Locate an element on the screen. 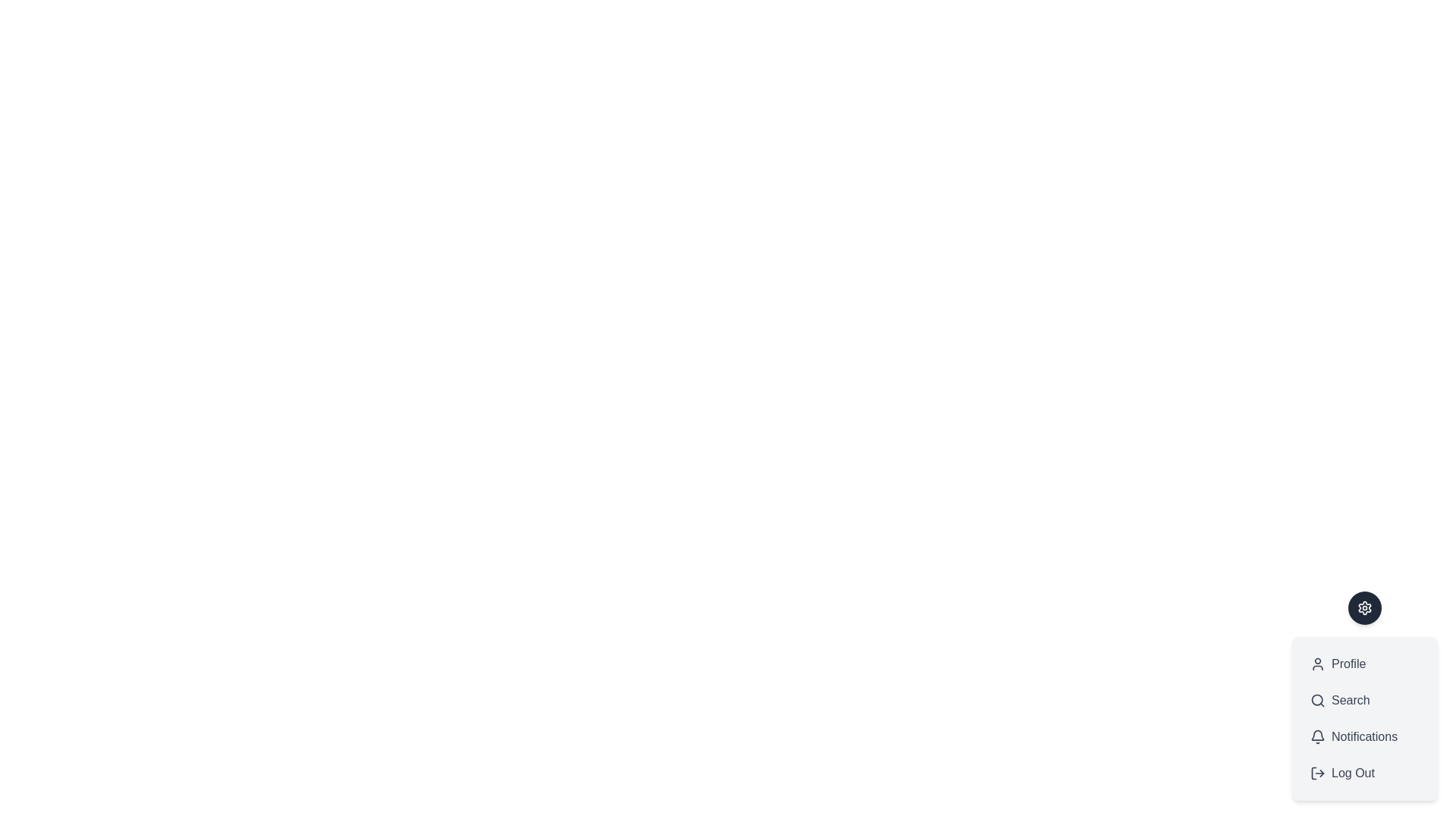 The width and height of the screenshot is (1456, 819). the bell icon that represents the 'Notifications' menu item, located to the left of the 'Notifications' text label in the dropdown menu under the settings gear icon is located at coordinates (1316, 736).